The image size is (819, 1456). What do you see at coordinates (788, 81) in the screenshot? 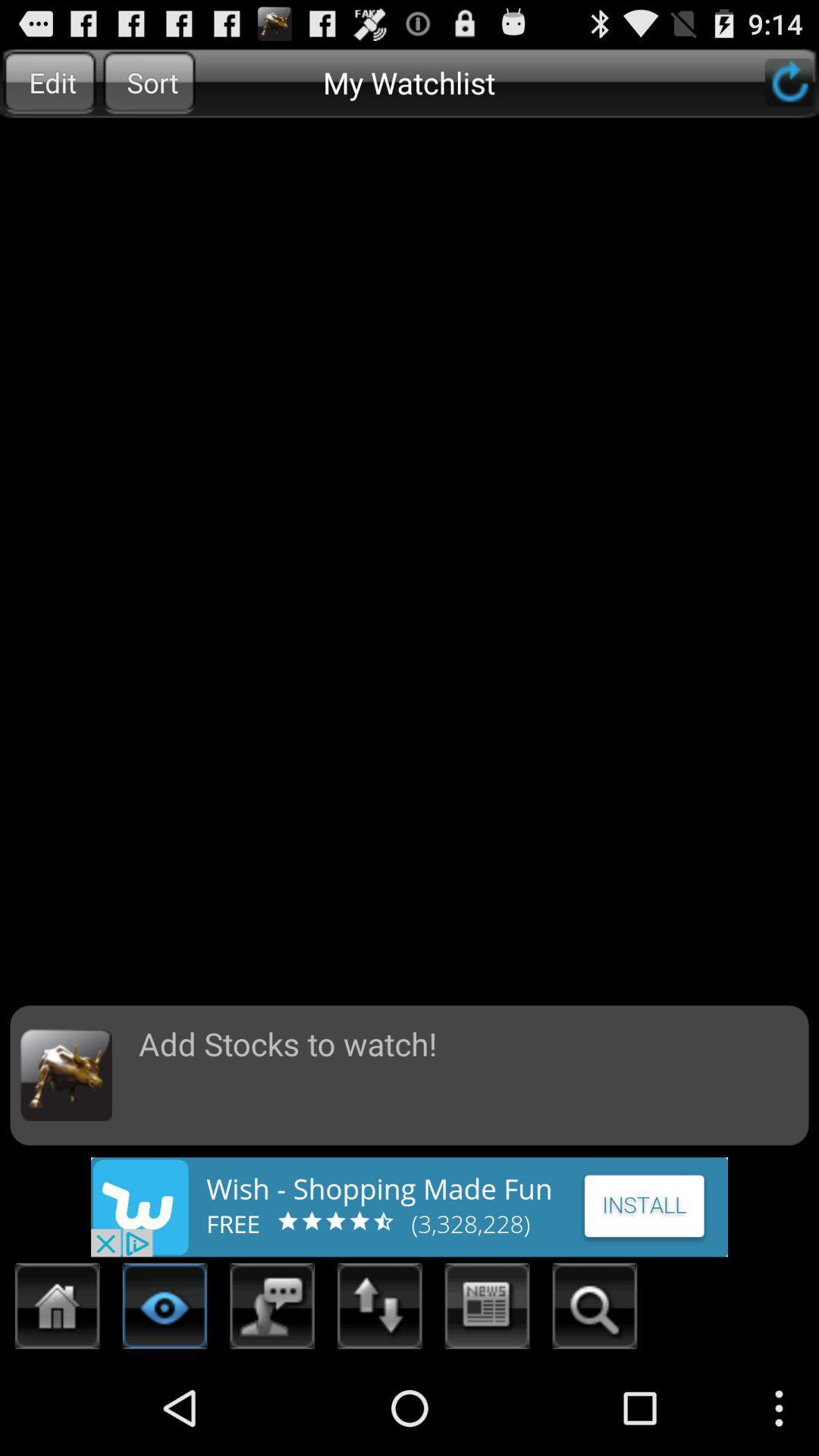
I see `reloads the page` at bounding box center [788, 81].